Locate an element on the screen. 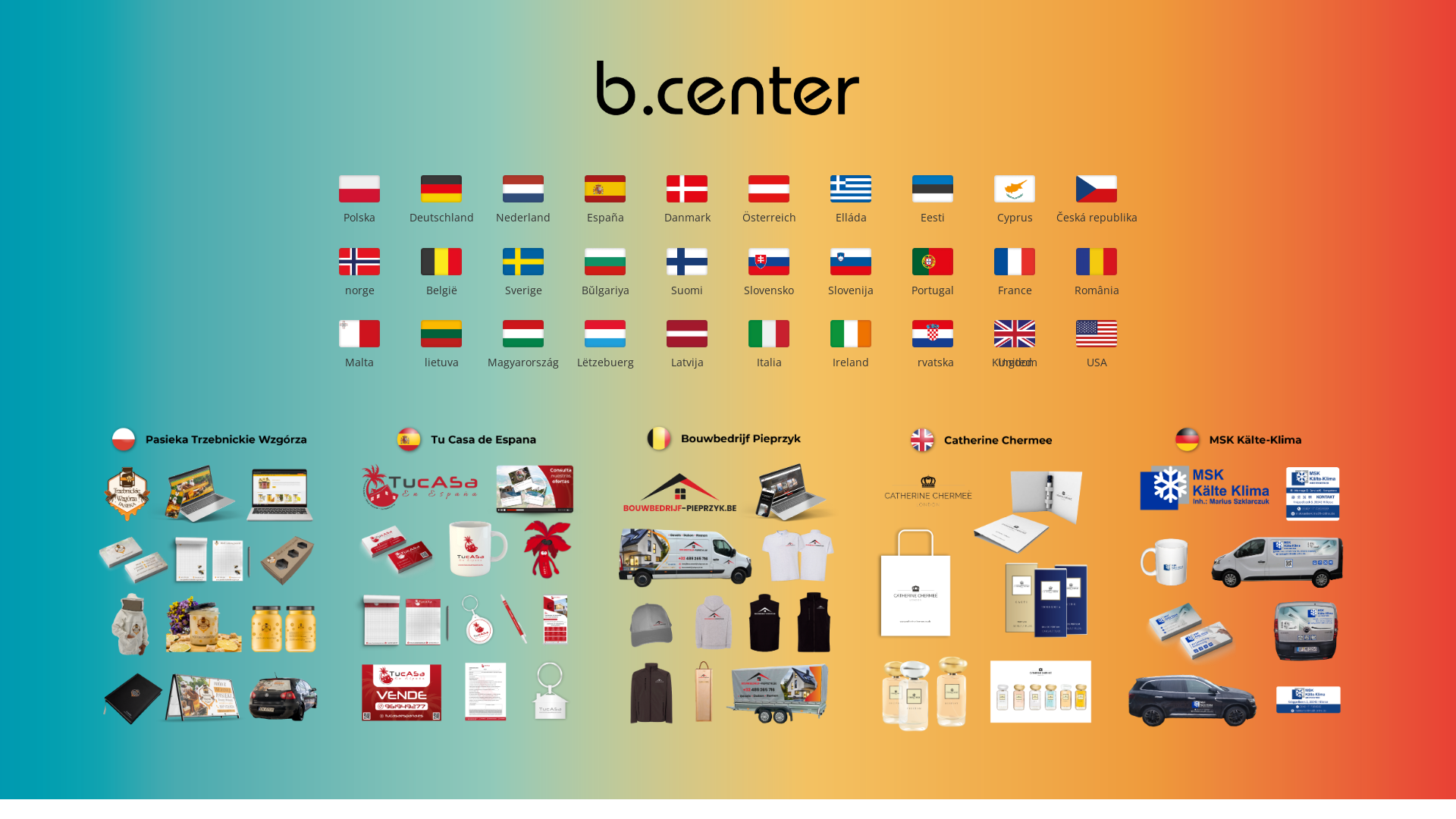 The image size is (1456, 819). 'Eesti' is located at coordinates (931, 217).